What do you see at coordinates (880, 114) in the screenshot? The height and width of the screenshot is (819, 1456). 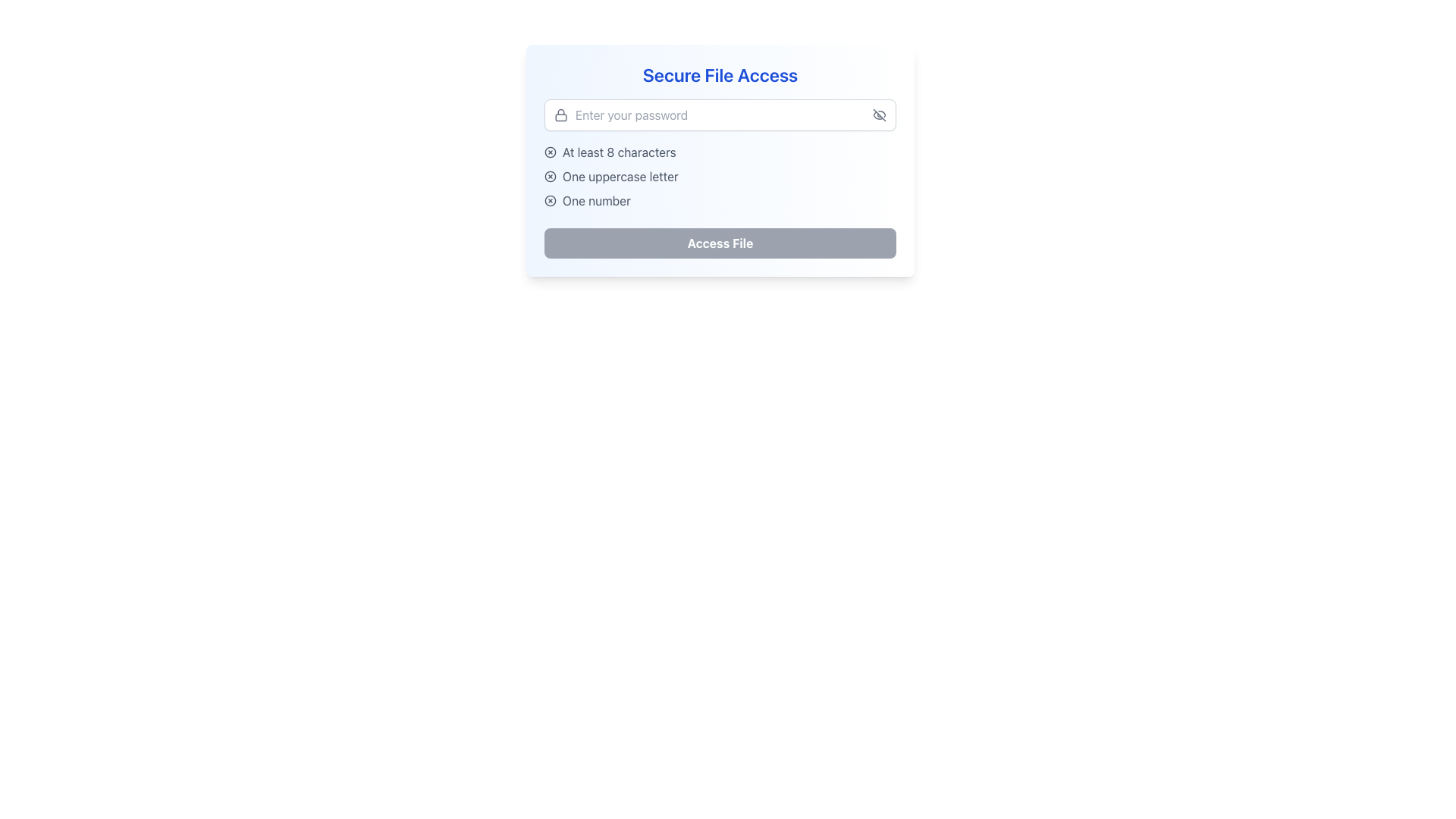 I see `the eye icon button with a strikethrough line, located on the right side of the password input field` at bounding box center [880, 114].